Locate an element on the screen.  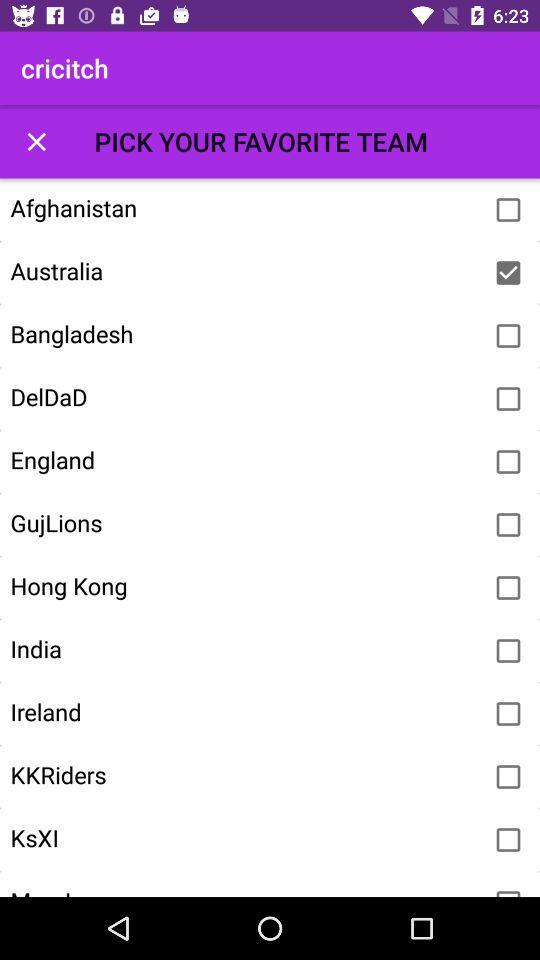
check the box is located at coordinates (508, 888).